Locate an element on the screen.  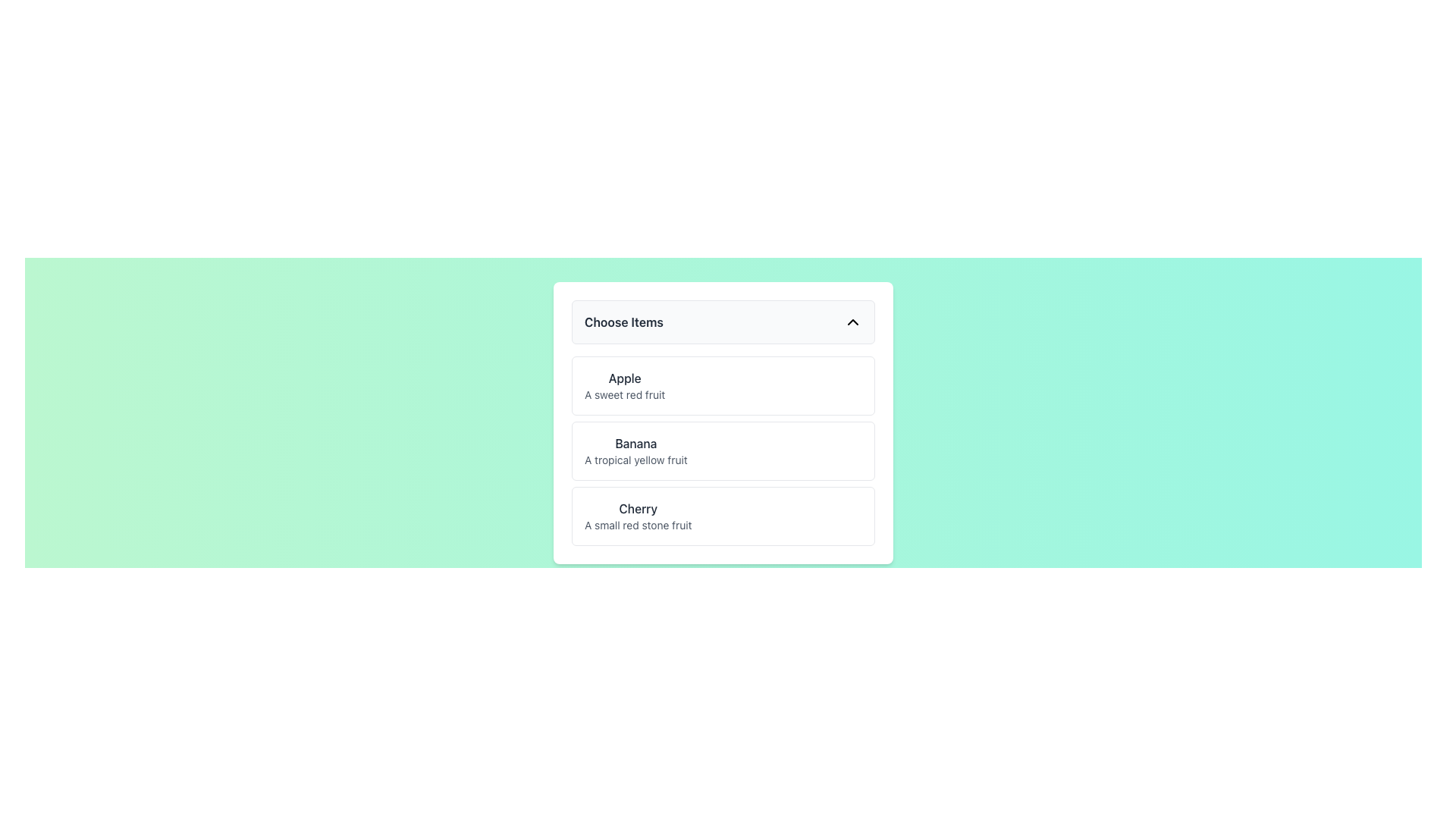
the text label that reads 'A tropical yellow fruit', which is styled in soft gray and positioned below the bold 'Banana' label in the 'Choose Items' section is located at coordinates (635, 459).